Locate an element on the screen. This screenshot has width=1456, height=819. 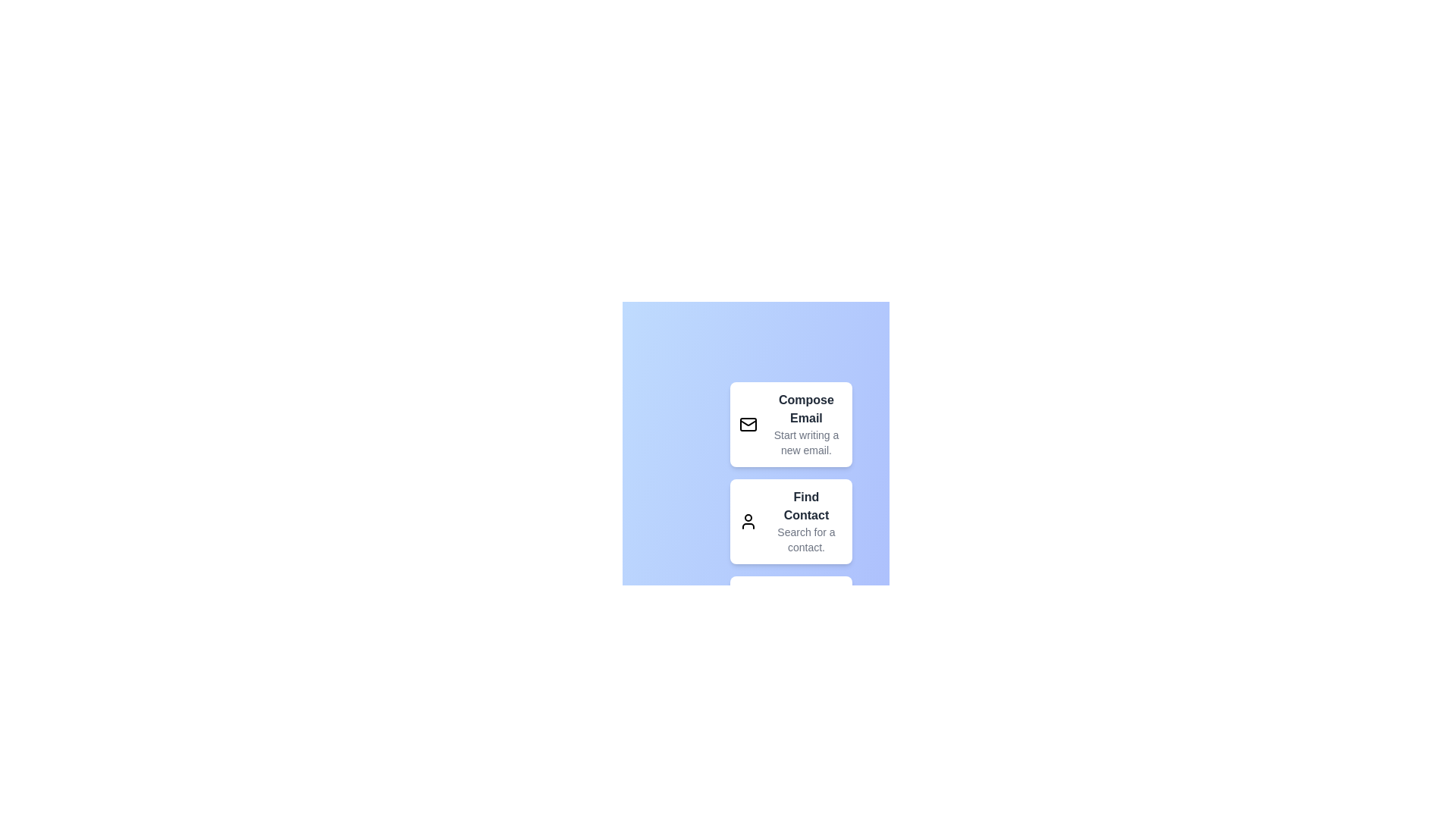
the circular button to toggle the menu visibility is located at coordinates (756, 711).